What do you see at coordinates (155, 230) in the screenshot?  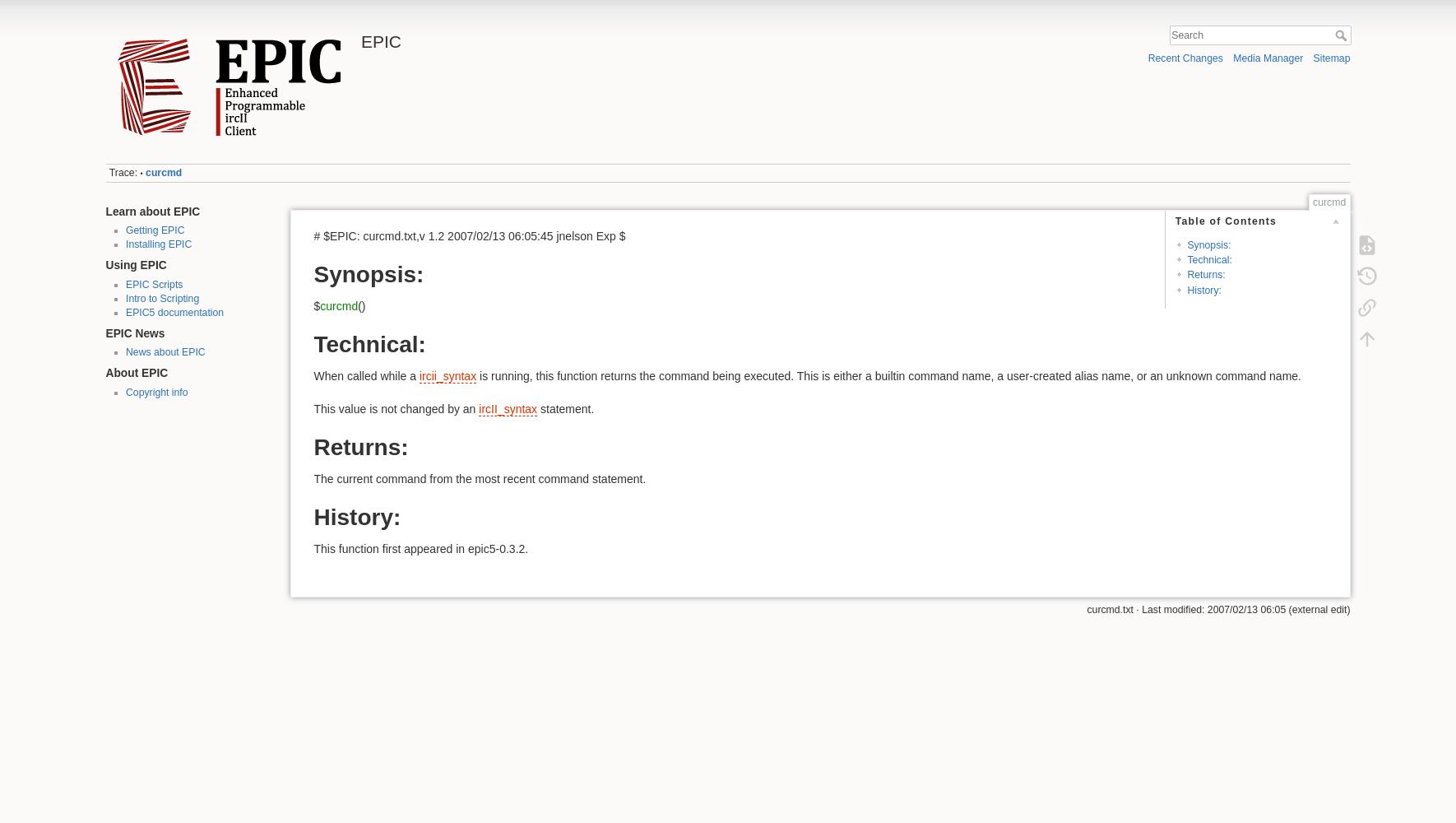 I see `'Getting EPIC'` at bounding box center [155, 230].